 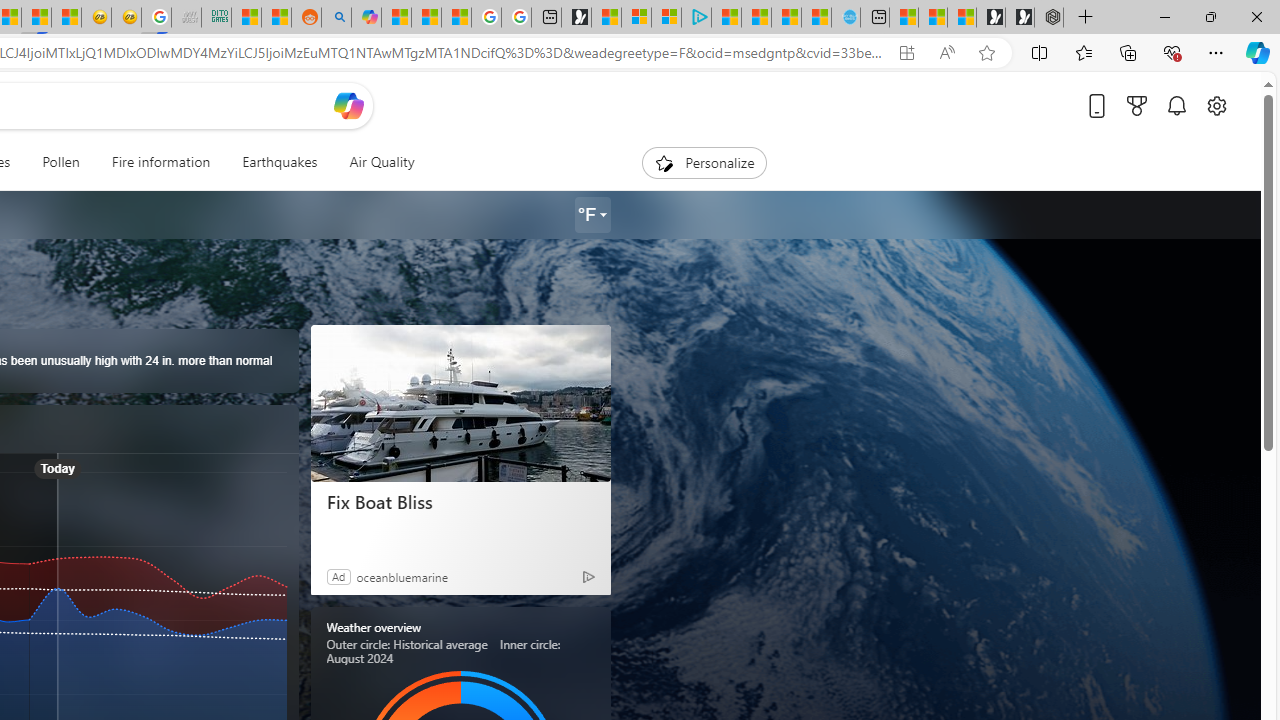 What do you see at coordinates (278, 162) in the screenshot?
I see `'Earthquakes'` at bounding box center [278, 162].